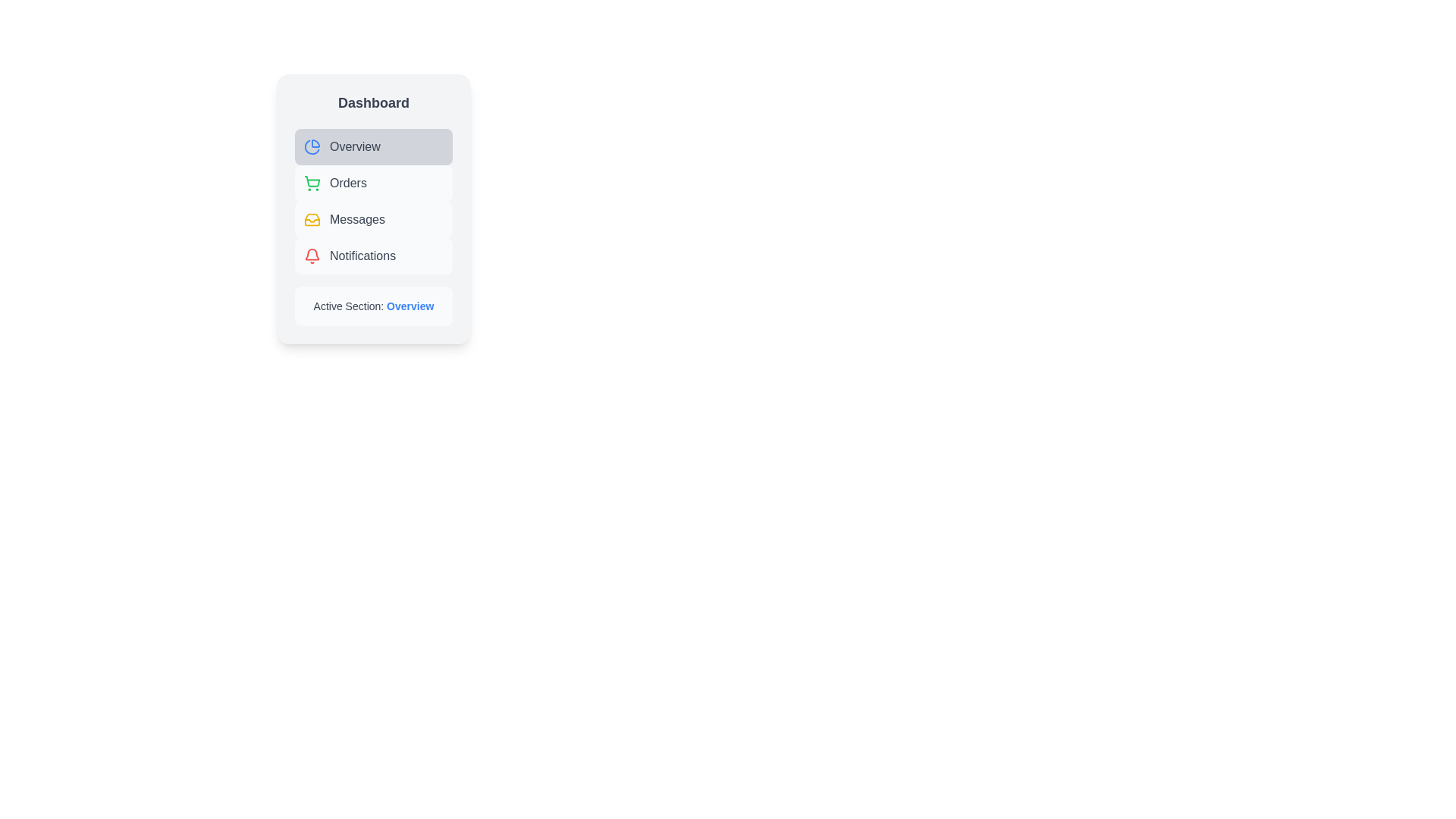 Image resolution: width=1456 pixels, height=819 pixels. I want to click on the menu item labeled Messages, so click(374, 219).